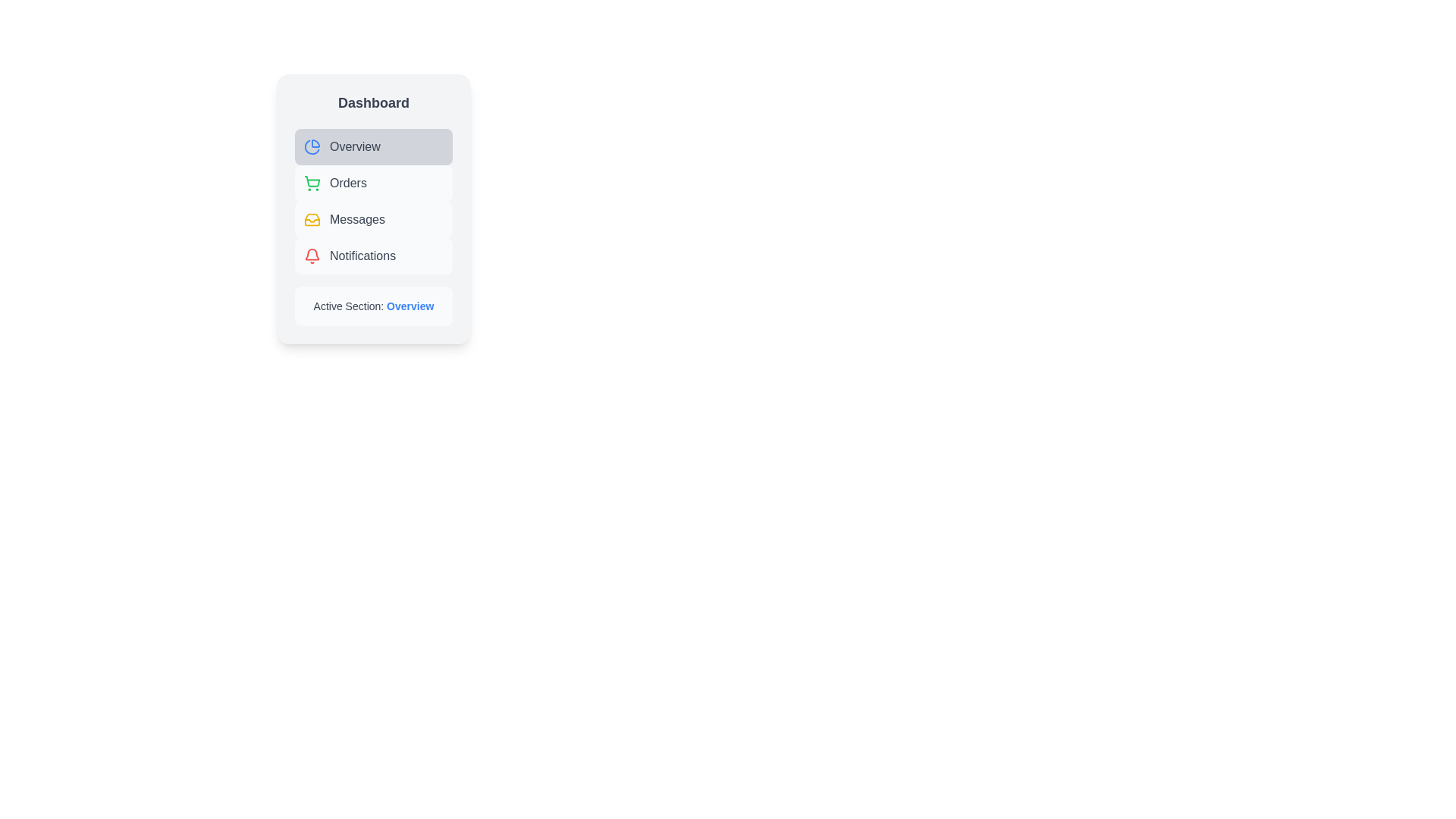 Image resolution: width=1456 pixels, height=819 pixels. I want to click on the menu item labeled Messages, so click(374, 219).